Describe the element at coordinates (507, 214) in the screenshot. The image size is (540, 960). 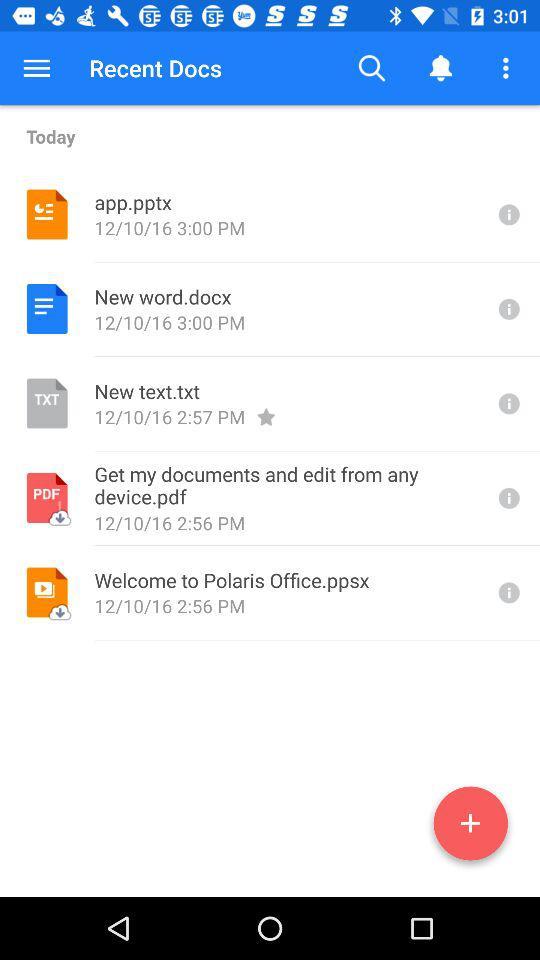
I see `info on app.pptx` at that location.